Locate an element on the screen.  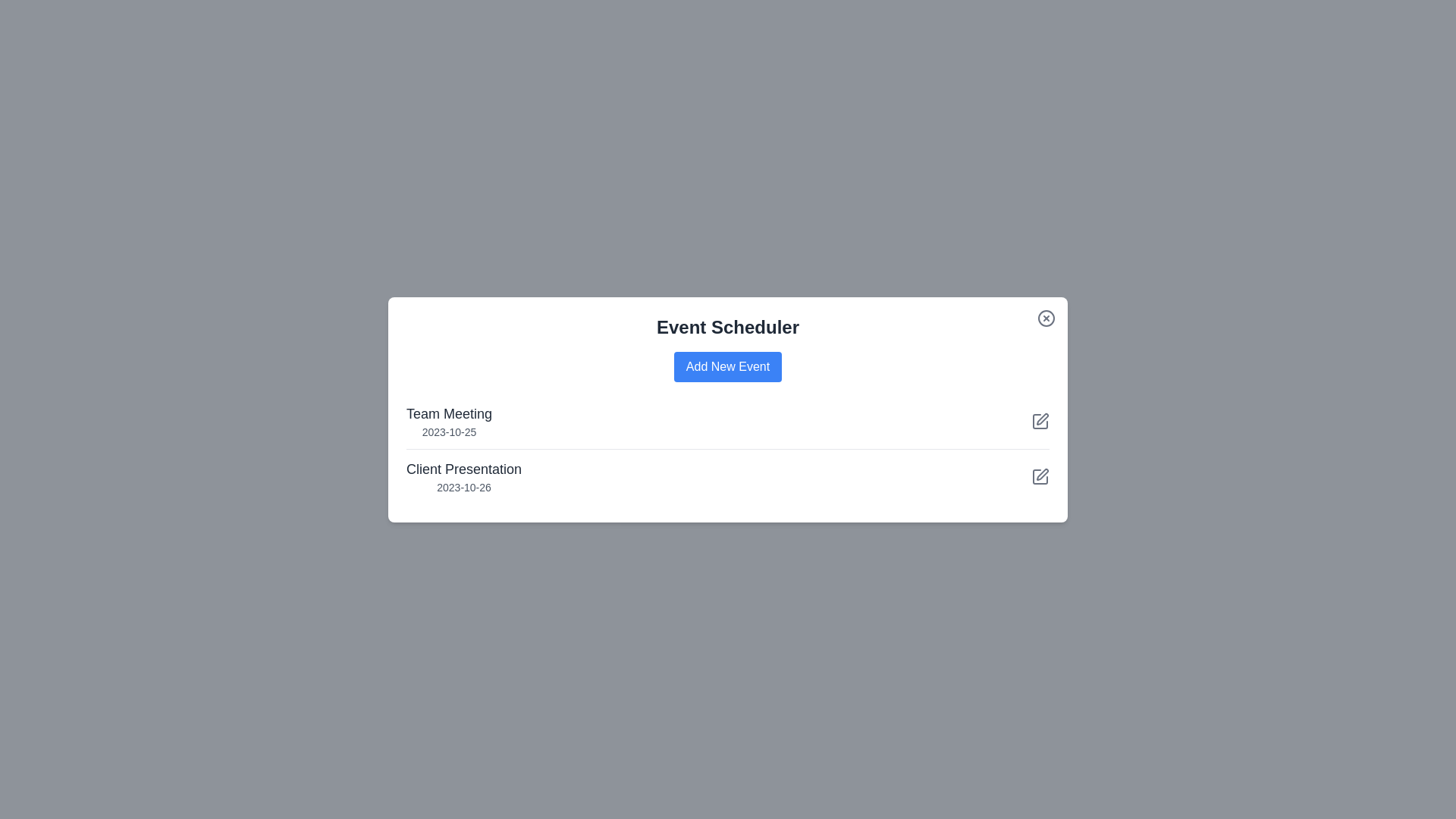
the edit button, which is a small gray pencil icon that turns green on hover, located at the far right end of the 'Client Presentation 2023-10-26' row adjacent to the date text is located at coordinates (1040, 475).